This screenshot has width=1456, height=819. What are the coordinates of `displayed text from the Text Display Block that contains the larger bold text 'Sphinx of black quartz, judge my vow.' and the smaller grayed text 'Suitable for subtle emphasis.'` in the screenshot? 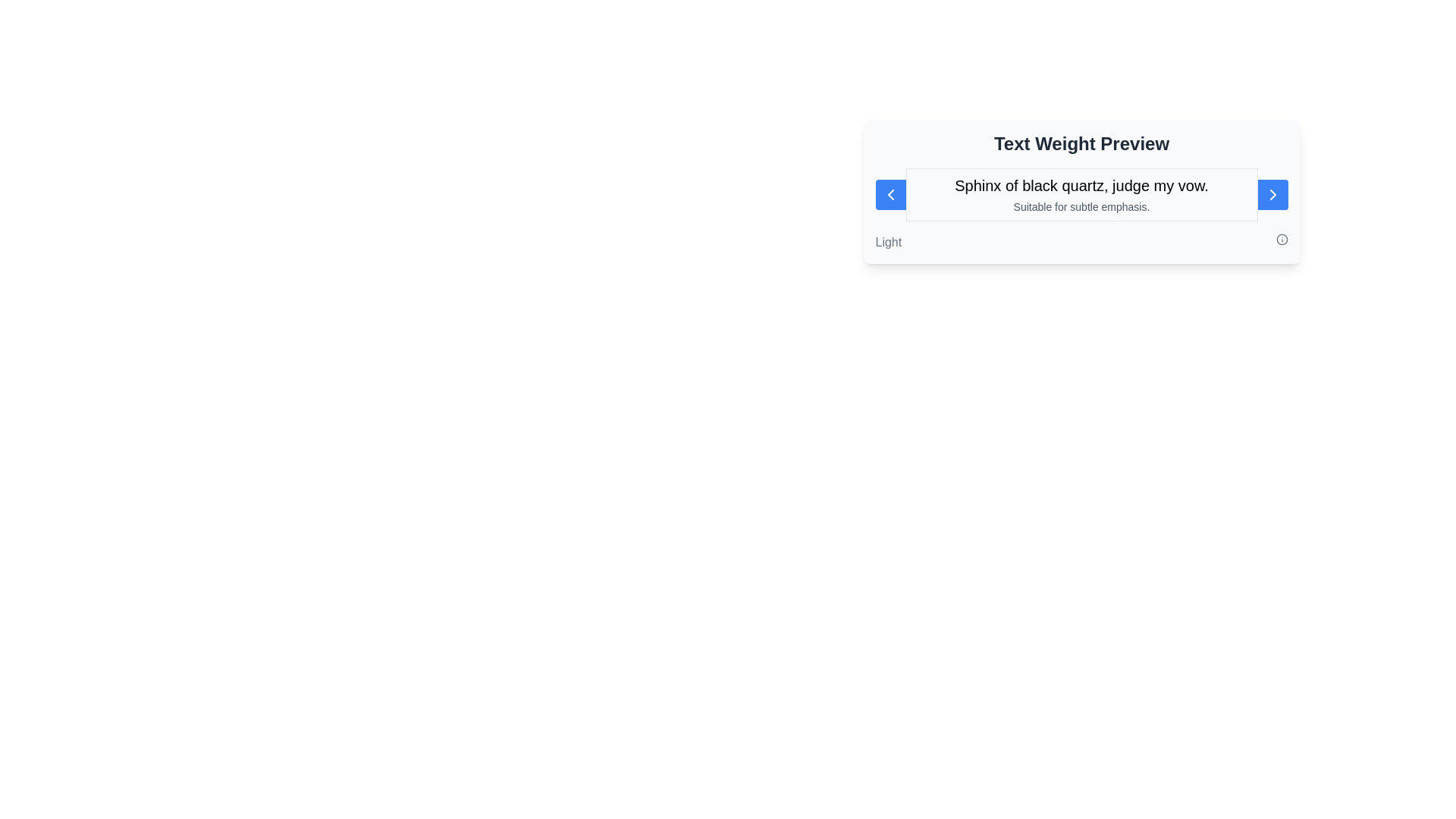 It's located at (1081, 194).